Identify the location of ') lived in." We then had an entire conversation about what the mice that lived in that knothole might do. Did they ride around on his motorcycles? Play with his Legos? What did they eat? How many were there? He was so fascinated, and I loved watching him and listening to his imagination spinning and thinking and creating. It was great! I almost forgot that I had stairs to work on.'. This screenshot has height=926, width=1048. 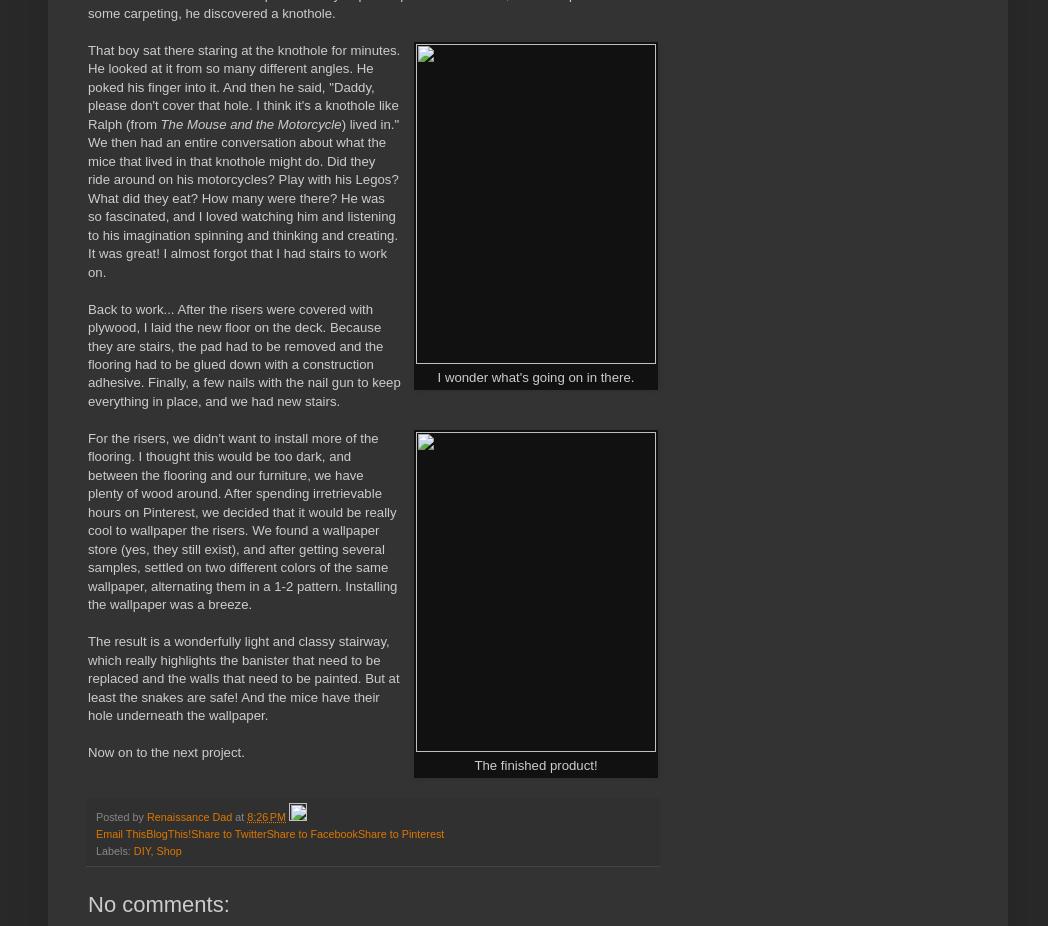
(243, 196).